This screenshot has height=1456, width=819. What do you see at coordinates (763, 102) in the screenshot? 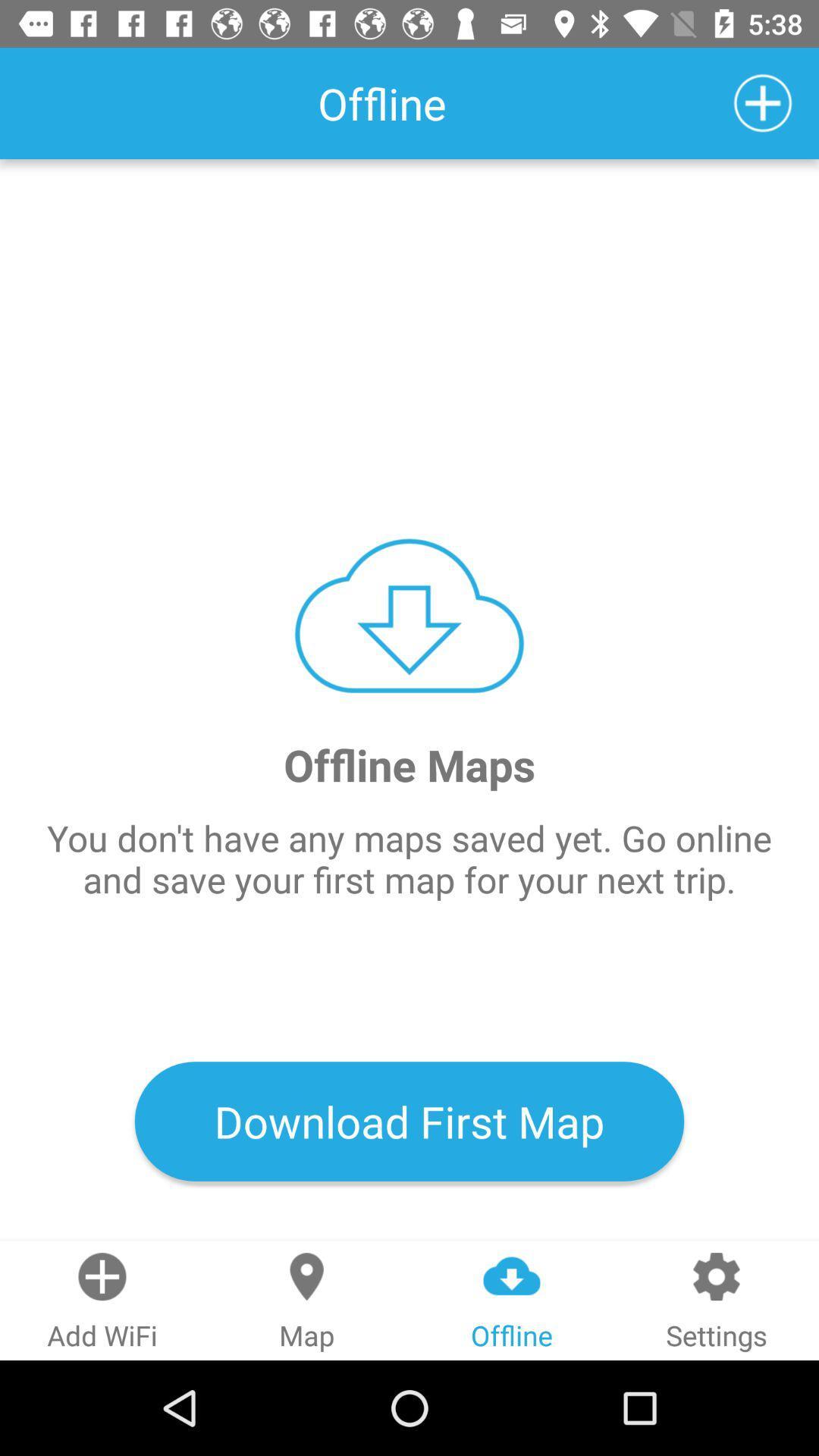
I see `the icon which is at top right corner` at bounding box center [763, 102].